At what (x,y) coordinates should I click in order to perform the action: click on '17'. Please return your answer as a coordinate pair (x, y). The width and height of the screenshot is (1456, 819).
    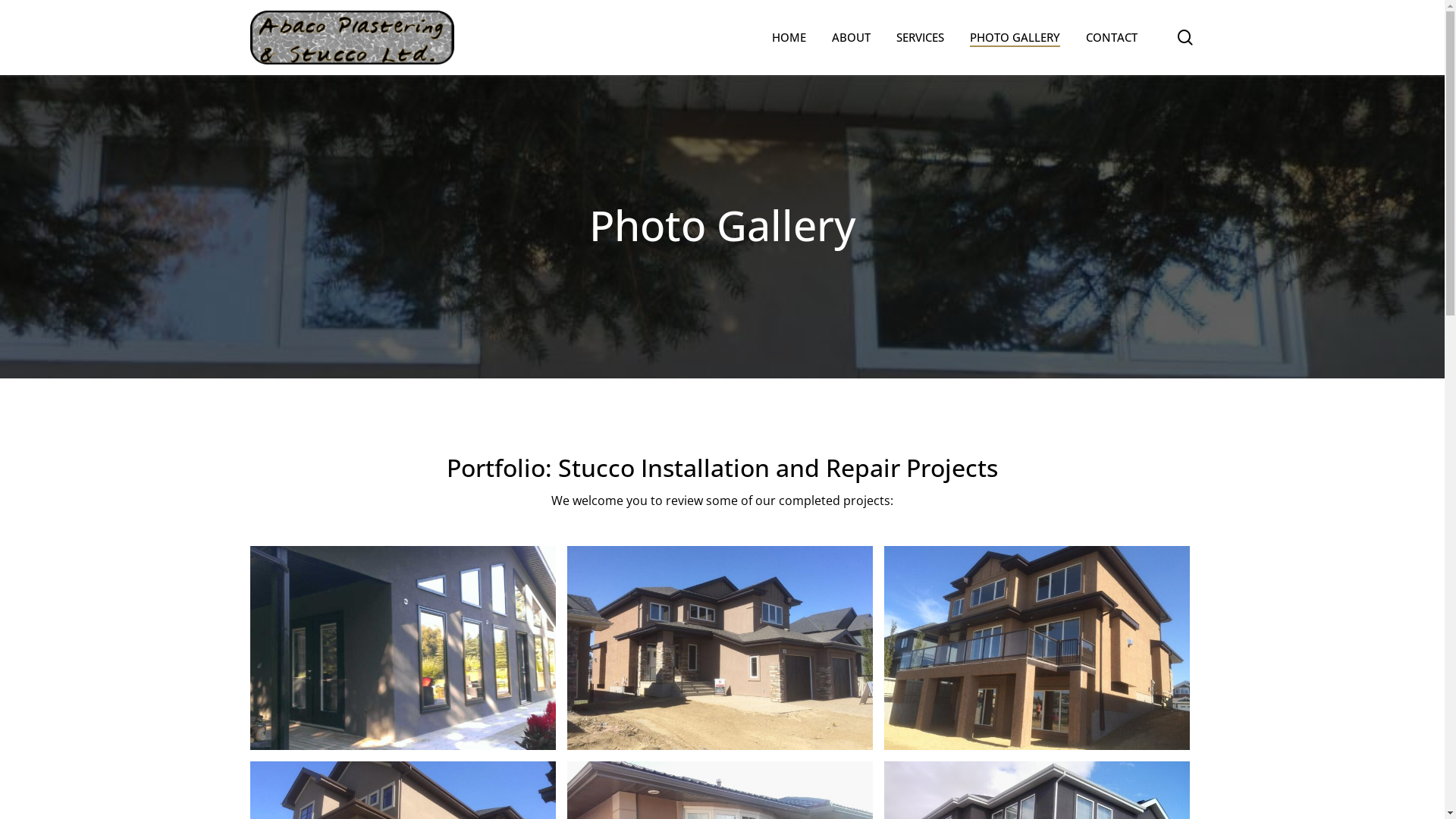
    Looking at the image, I should click on (1036, 648).